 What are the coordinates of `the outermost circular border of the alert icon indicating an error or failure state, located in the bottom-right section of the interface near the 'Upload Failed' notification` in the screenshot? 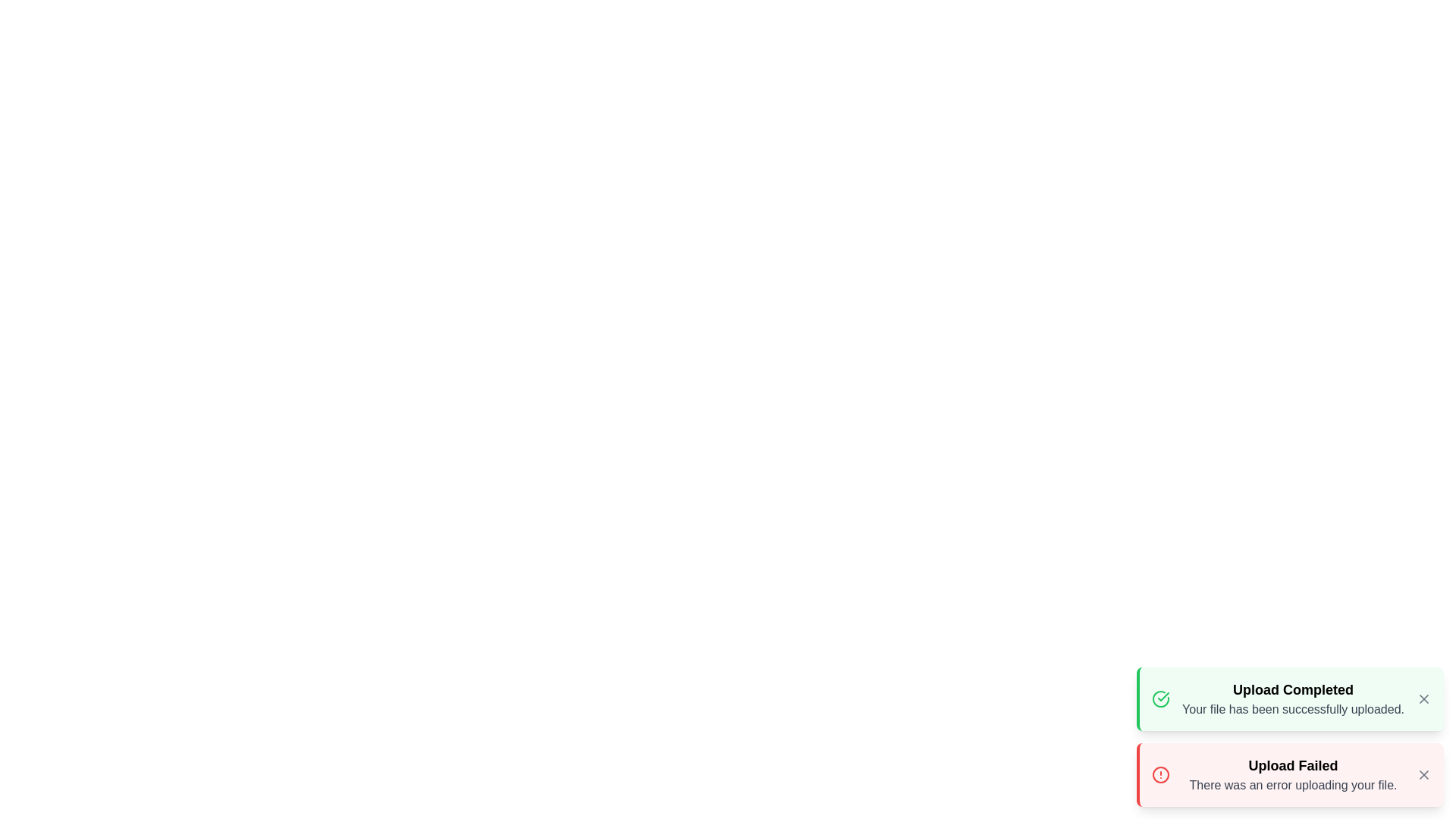 It's located at (1160, 775).